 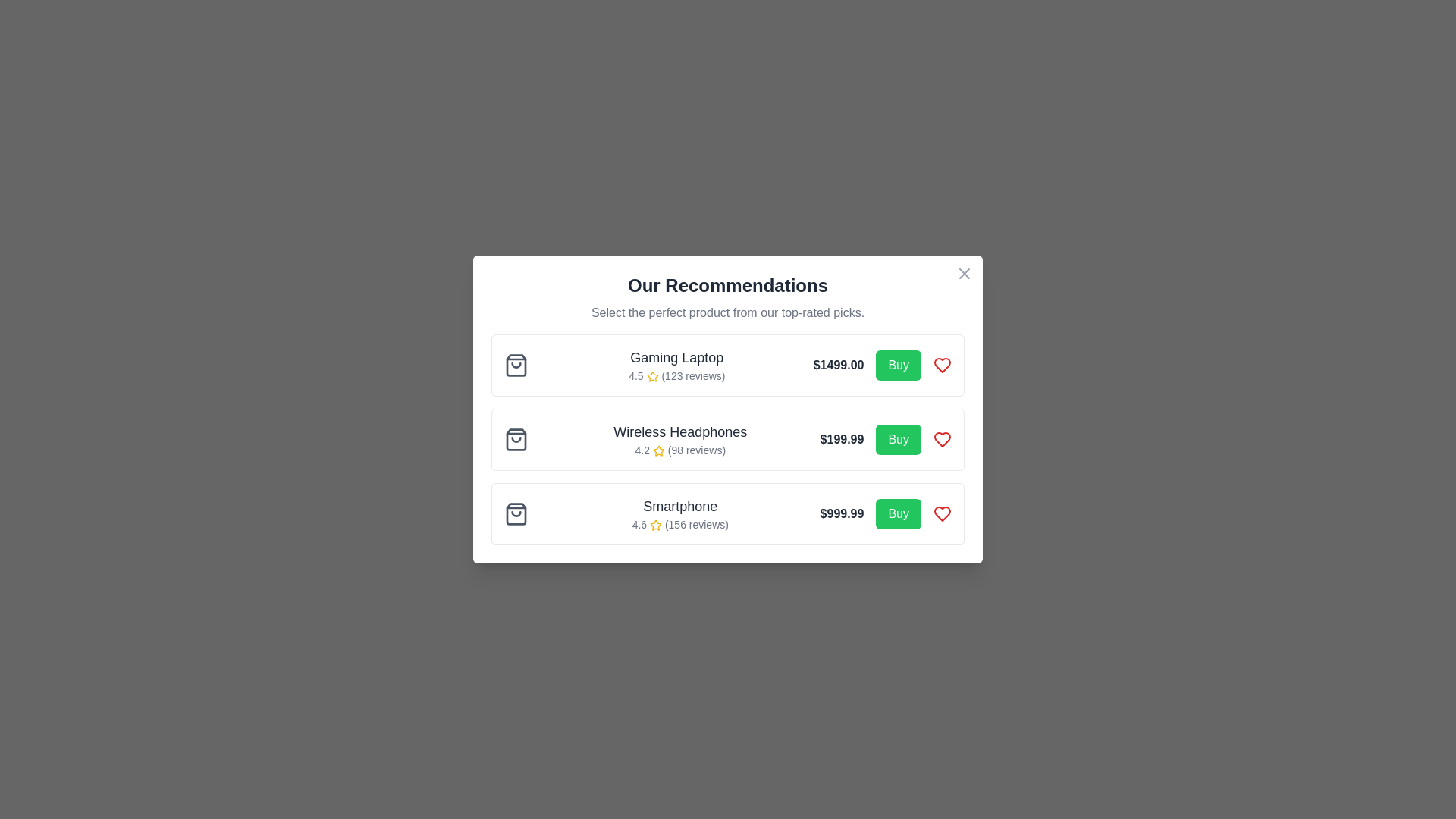 I want to click on the first star icon representing the product's rating, located to the left of the product price and near the textual rating information in the product list, so click(x=658, y=450).